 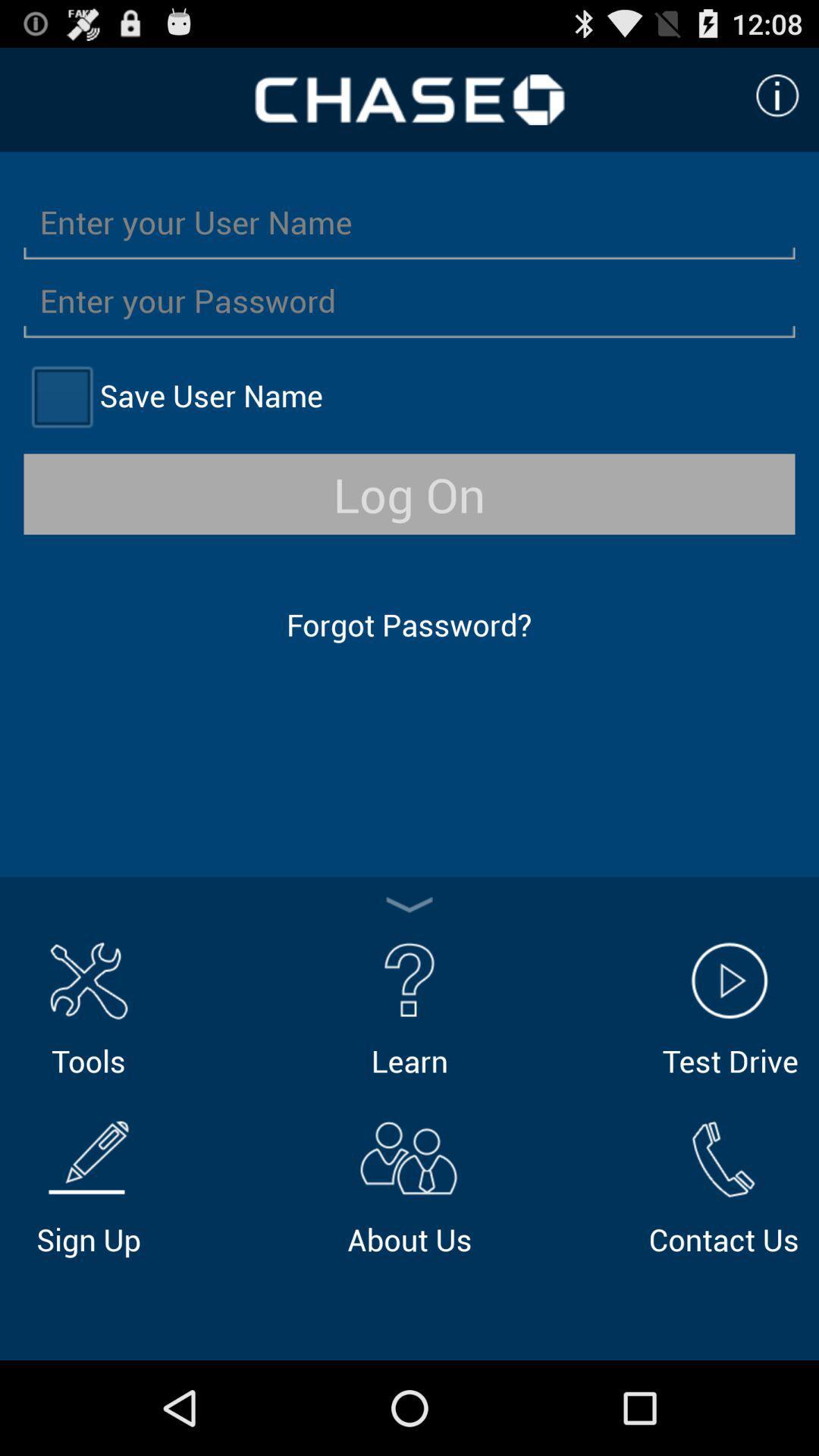 What do you see at coordinates (409, 1006) in the screenshot?
I see `the icon above about us item` at bounding box center [409, 1006].